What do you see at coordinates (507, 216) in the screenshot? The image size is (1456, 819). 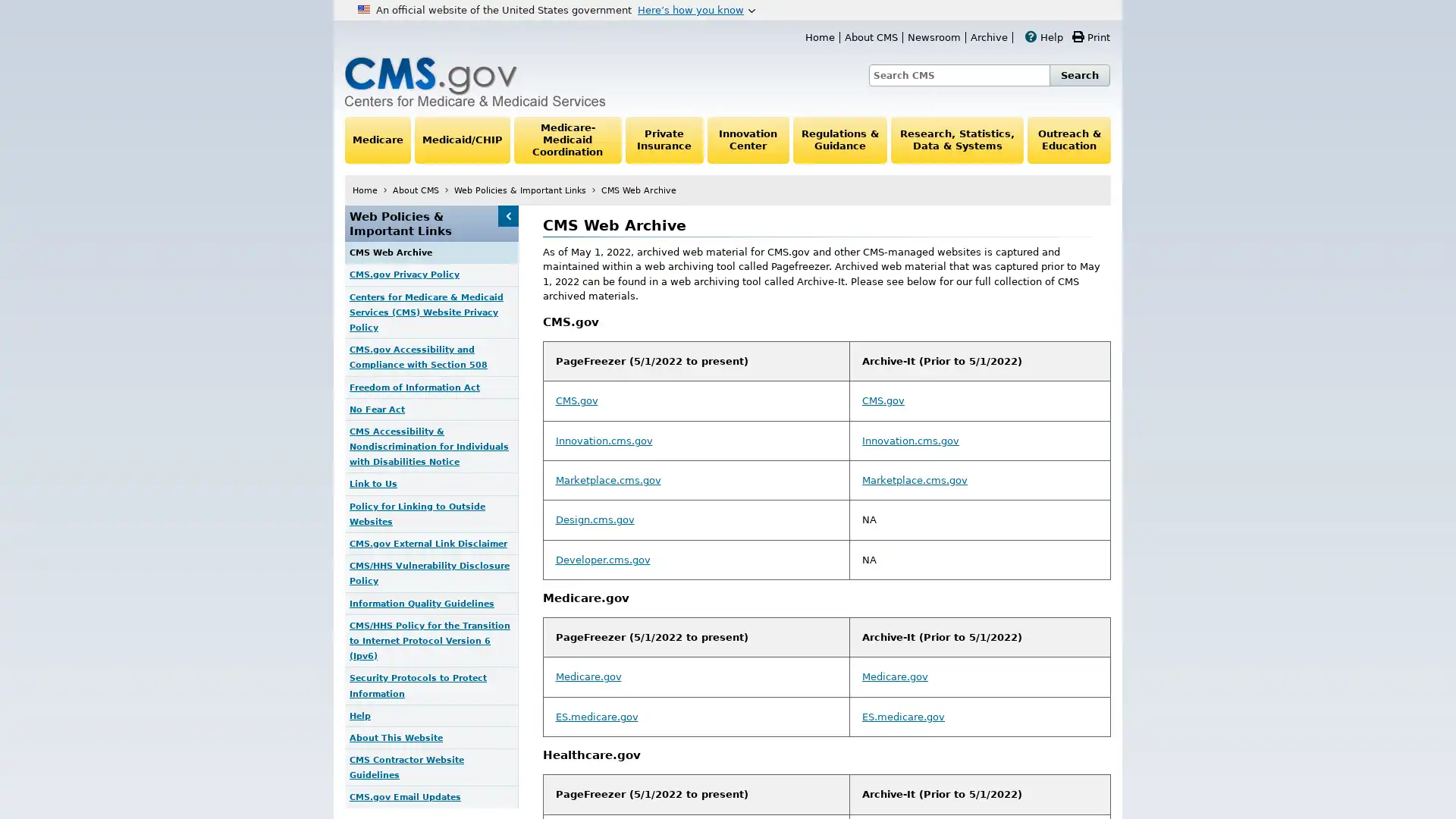 I see `Web Policies & Important Links` at bounding box center [507, 216].